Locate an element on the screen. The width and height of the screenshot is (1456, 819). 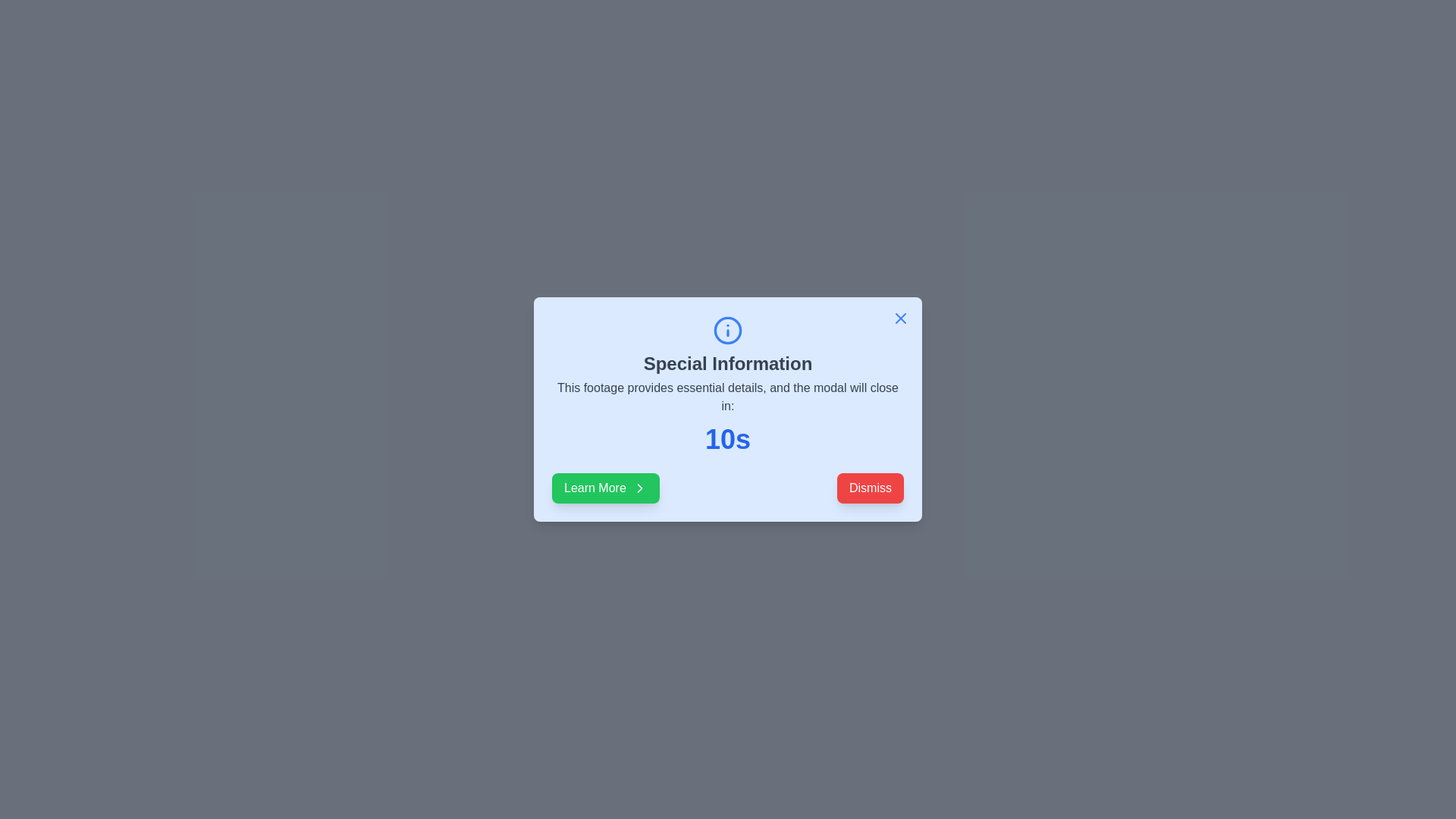
the 'Learn More' button located at the bottom-left corner of the modal window is located at coordinates (604, 488).